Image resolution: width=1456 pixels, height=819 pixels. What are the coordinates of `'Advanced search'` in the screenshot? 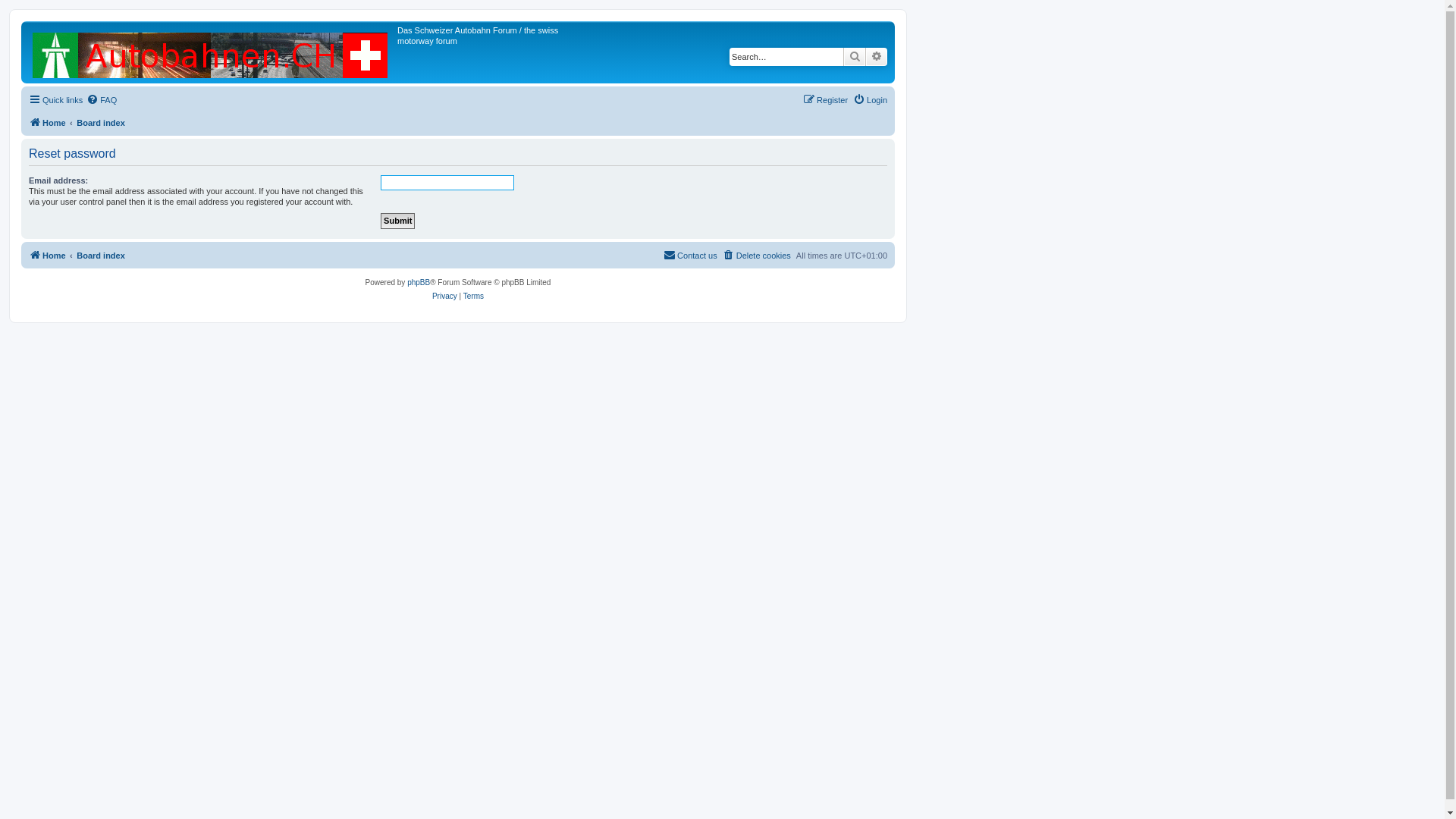 It's located at (877, 55).